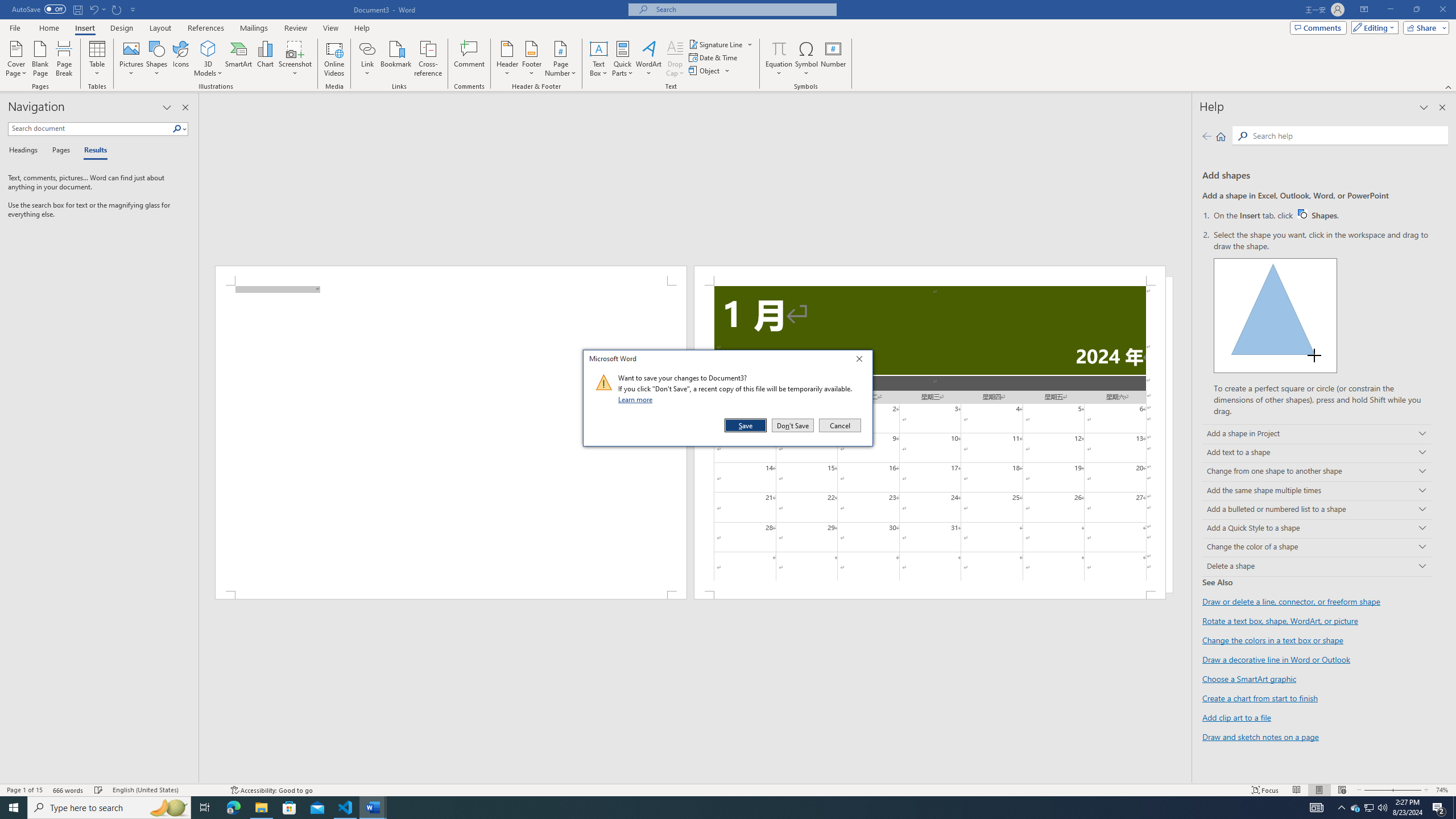 Image resolution: width=1456 pixels, height=819 pixels. Describe the element at coordinates (469, 59) in the screenshot. I see `'Comment'` at that location.